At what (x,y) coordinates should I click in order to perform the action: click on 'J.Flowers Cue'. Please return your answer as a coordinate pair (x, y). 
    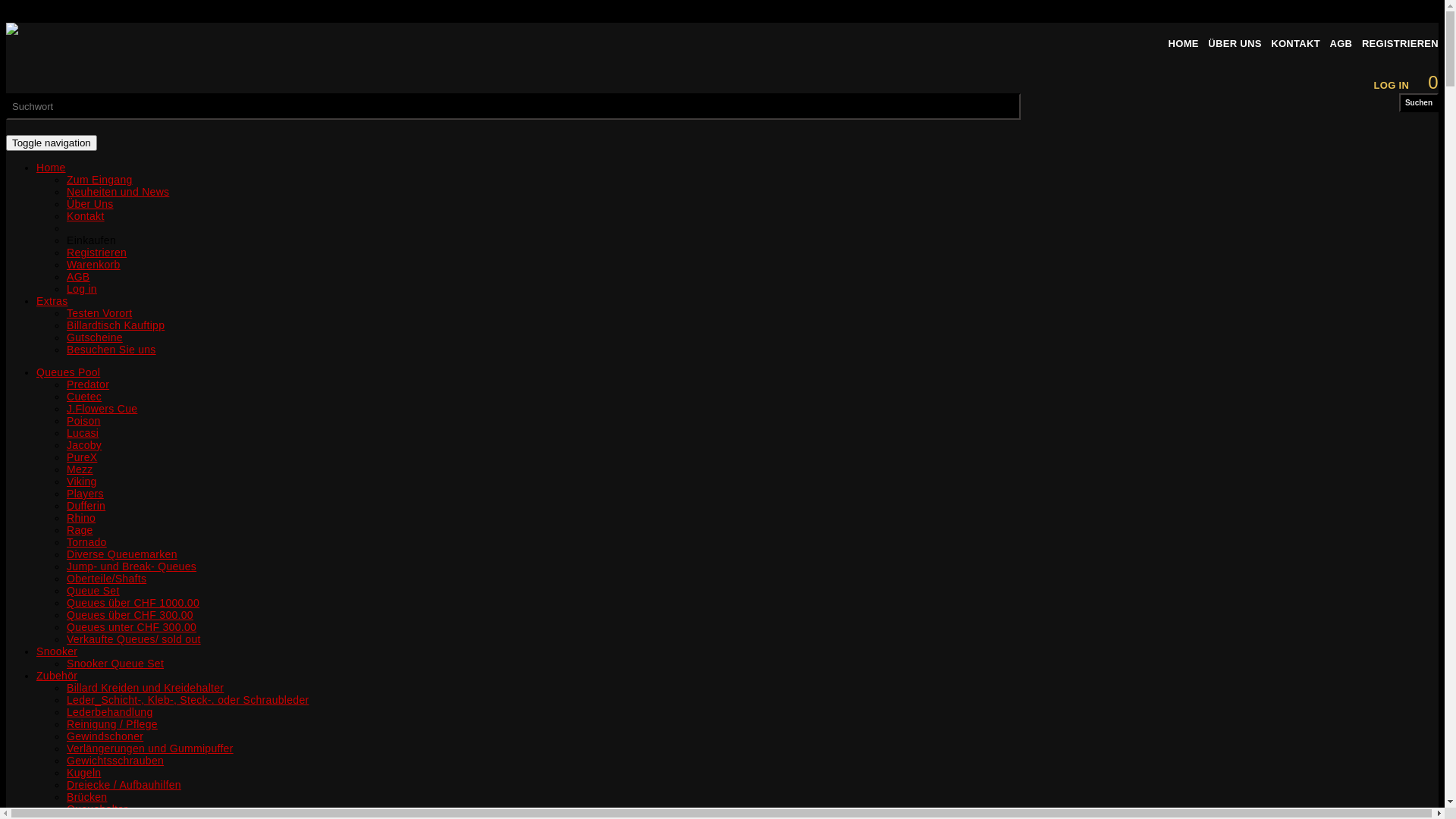
    Looking at the image, I should click on (101, 408).